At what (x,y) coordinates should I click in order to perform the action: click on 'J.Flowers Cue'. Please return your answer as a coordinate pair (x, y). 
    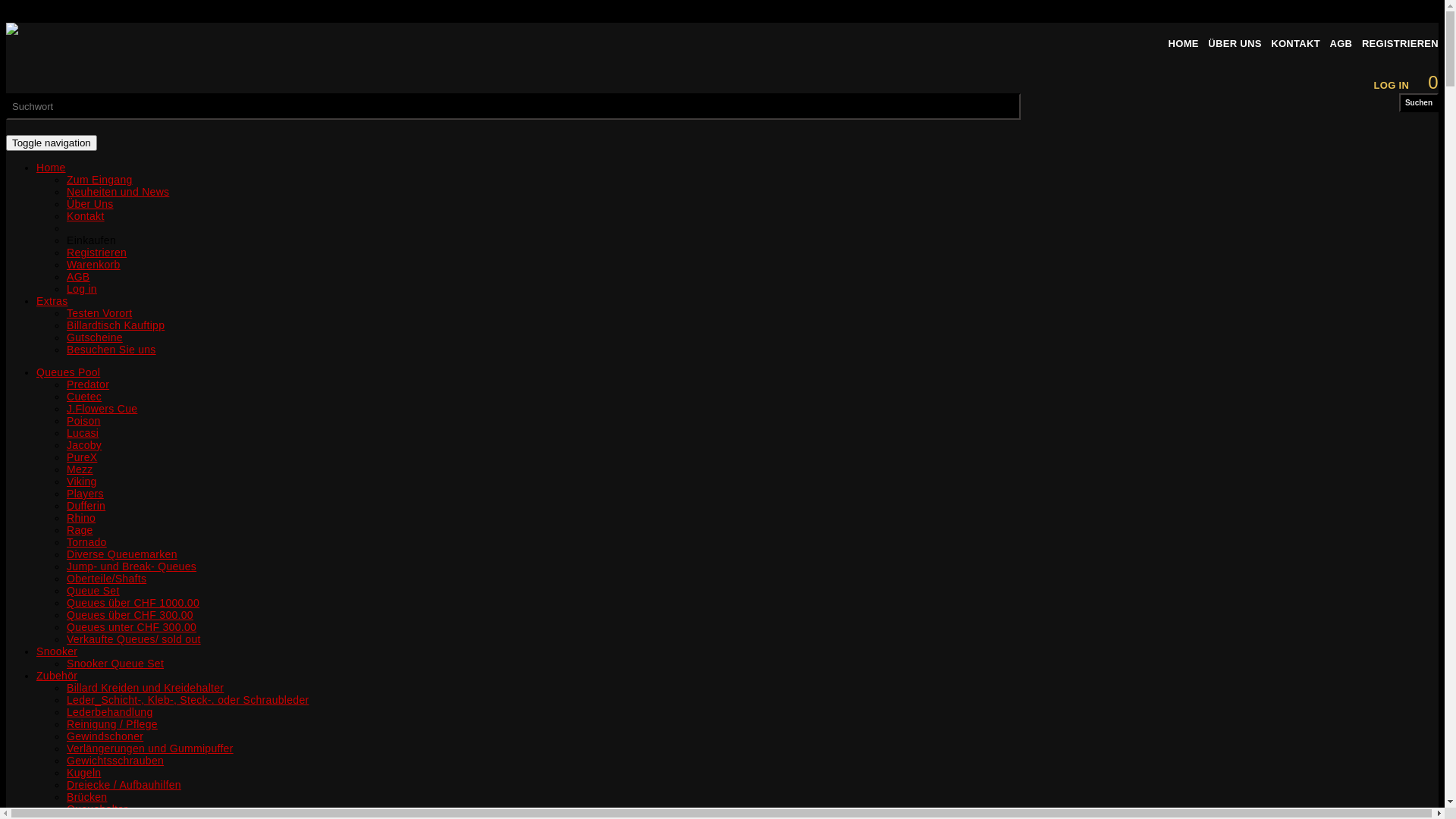
    Looking at the image, I should click on (101, 408).